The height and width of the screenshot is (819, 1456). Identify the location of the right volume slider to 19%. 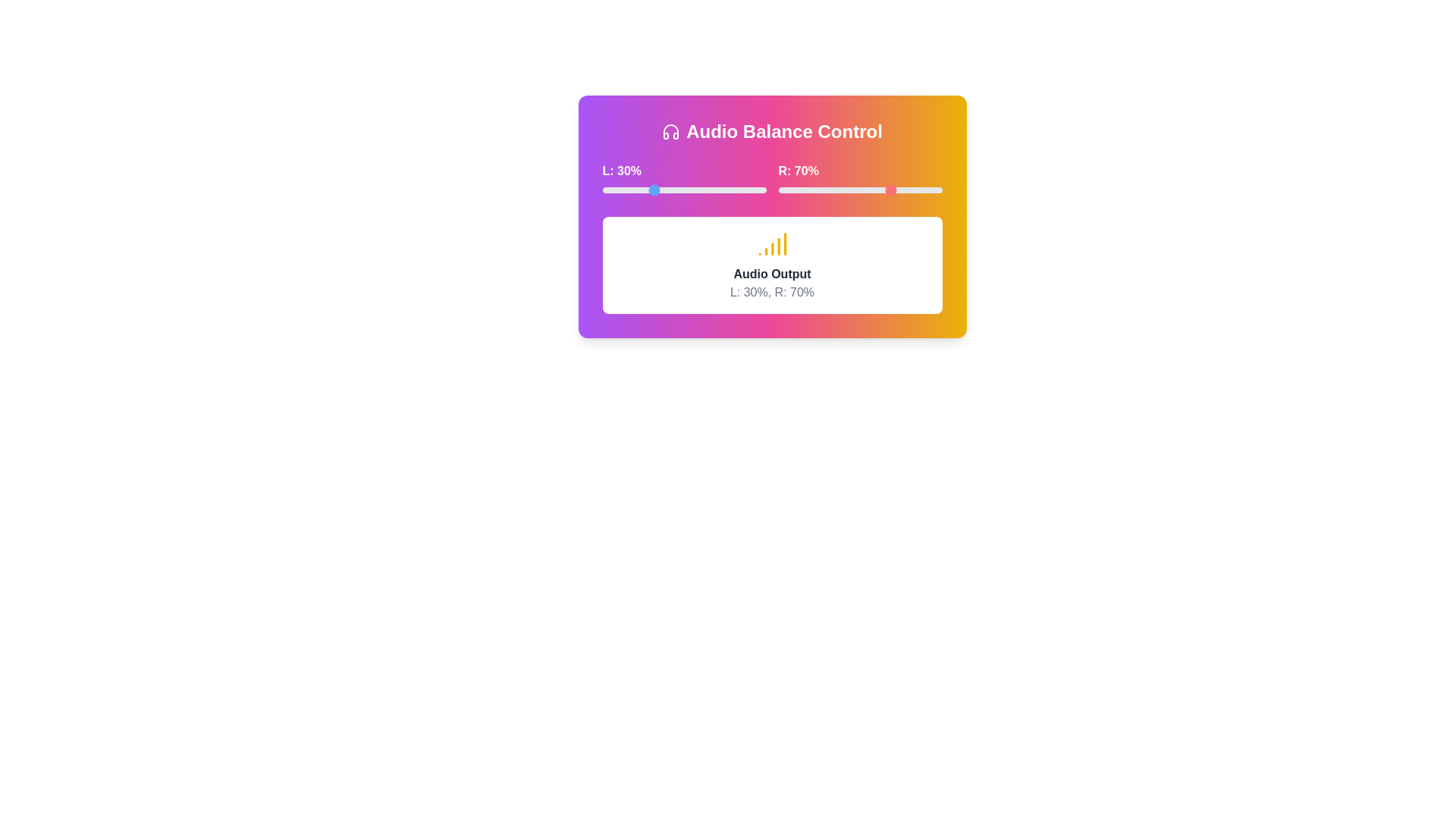
(808, 189).